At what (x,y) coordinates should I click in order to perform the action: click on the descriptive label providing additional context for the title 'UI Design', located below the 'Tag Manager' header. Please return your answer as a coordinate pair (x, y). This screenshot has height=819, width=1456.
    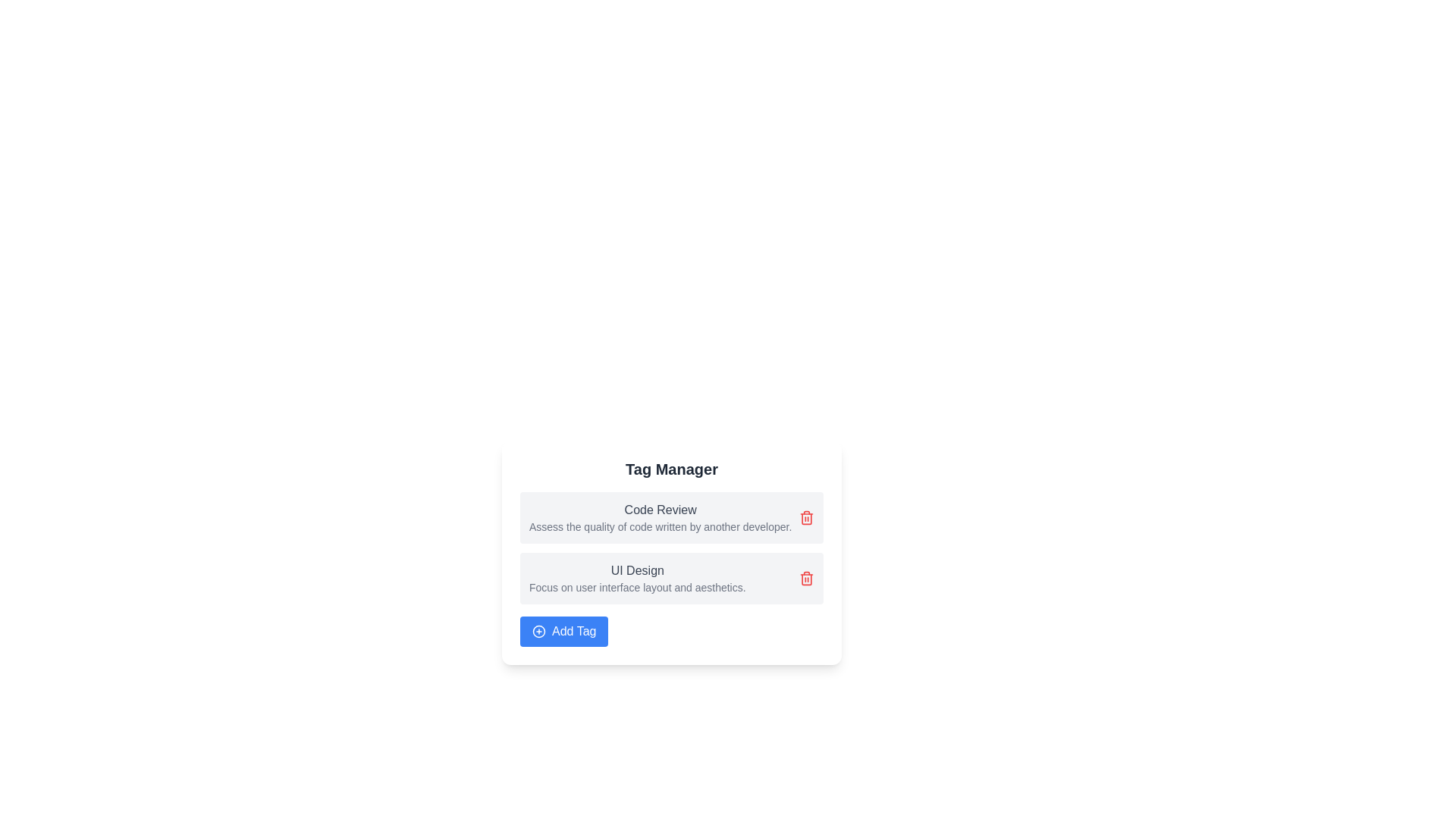
    Looking at the image, I should click on (637, 587).